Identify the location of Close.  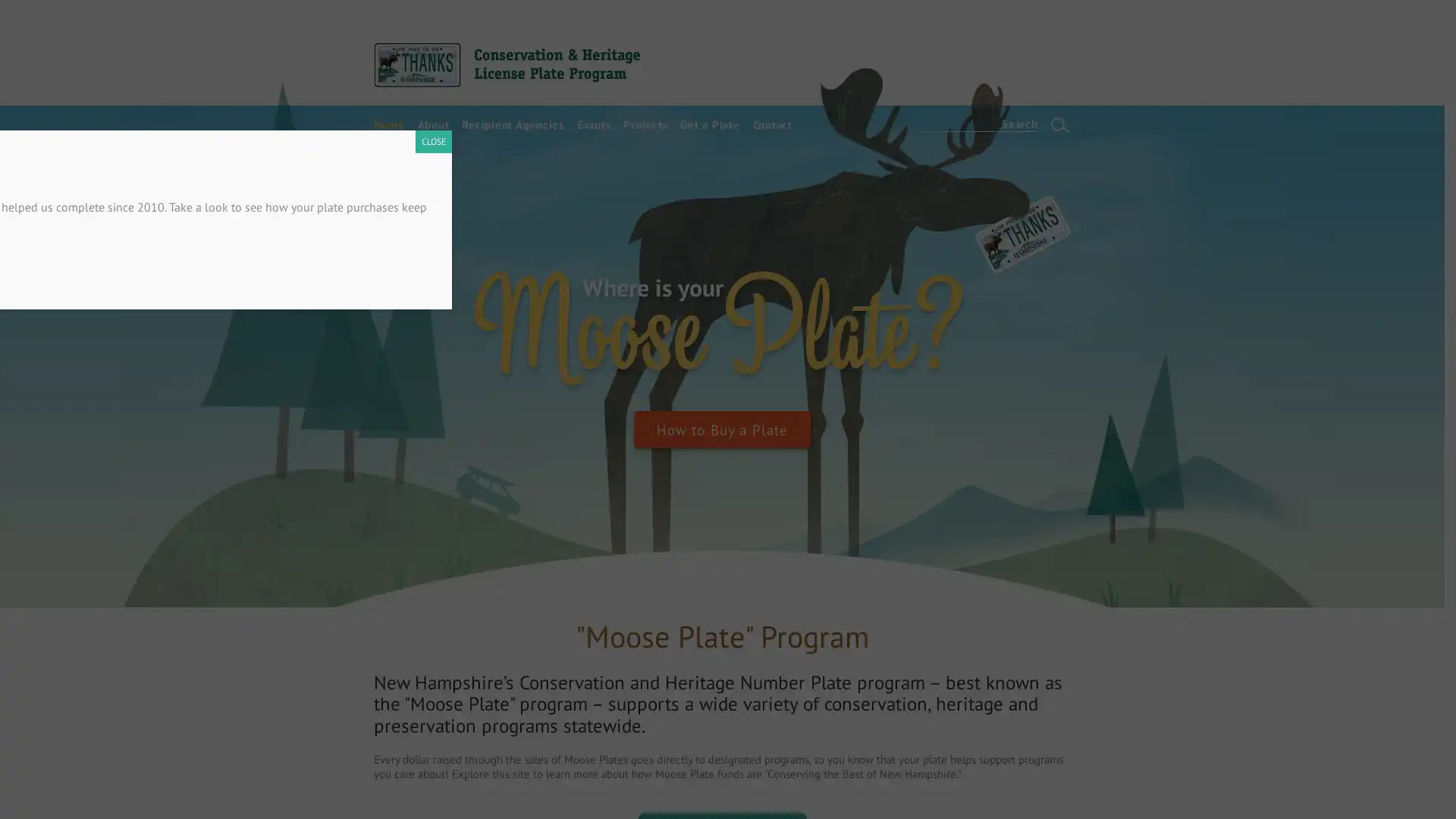
(1147, 330).